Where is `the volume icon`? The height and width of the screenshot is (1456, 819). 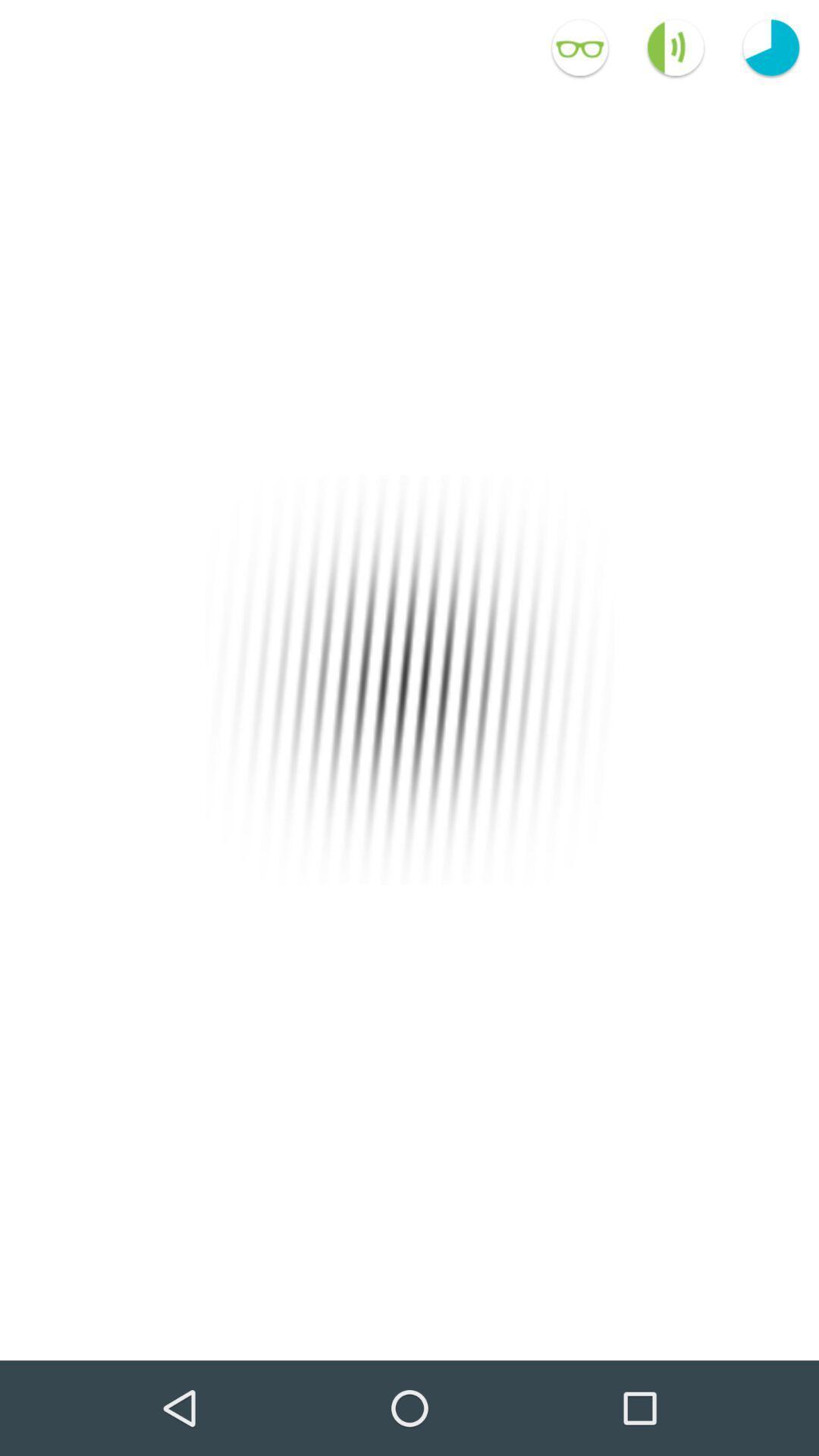 the volume icon is located at coordinates (675, 47).